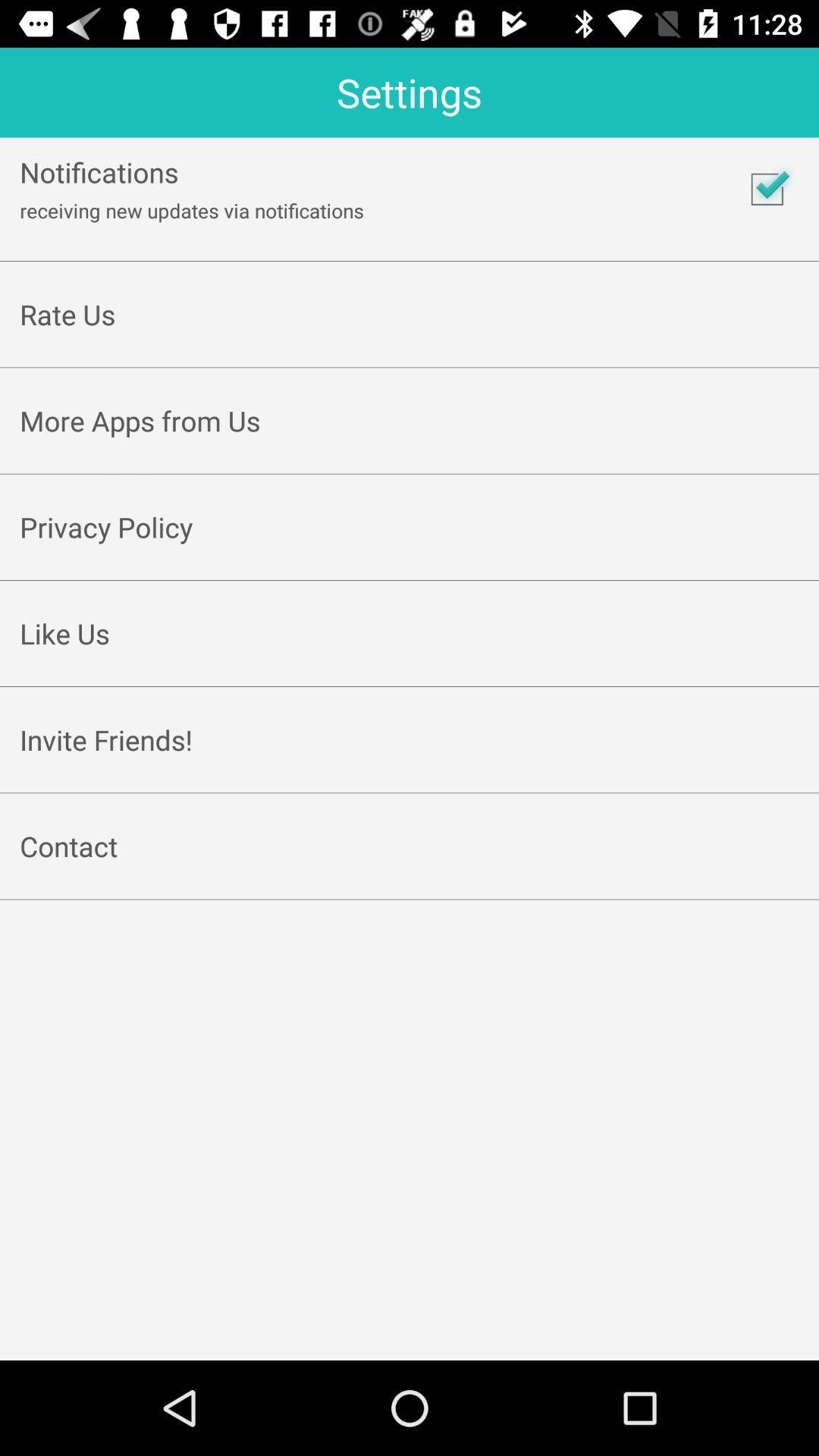 Image resolution: width=819 pixels, height=1456 pixels. I want to click on checkbox at the top right corner, so click(767, 188).